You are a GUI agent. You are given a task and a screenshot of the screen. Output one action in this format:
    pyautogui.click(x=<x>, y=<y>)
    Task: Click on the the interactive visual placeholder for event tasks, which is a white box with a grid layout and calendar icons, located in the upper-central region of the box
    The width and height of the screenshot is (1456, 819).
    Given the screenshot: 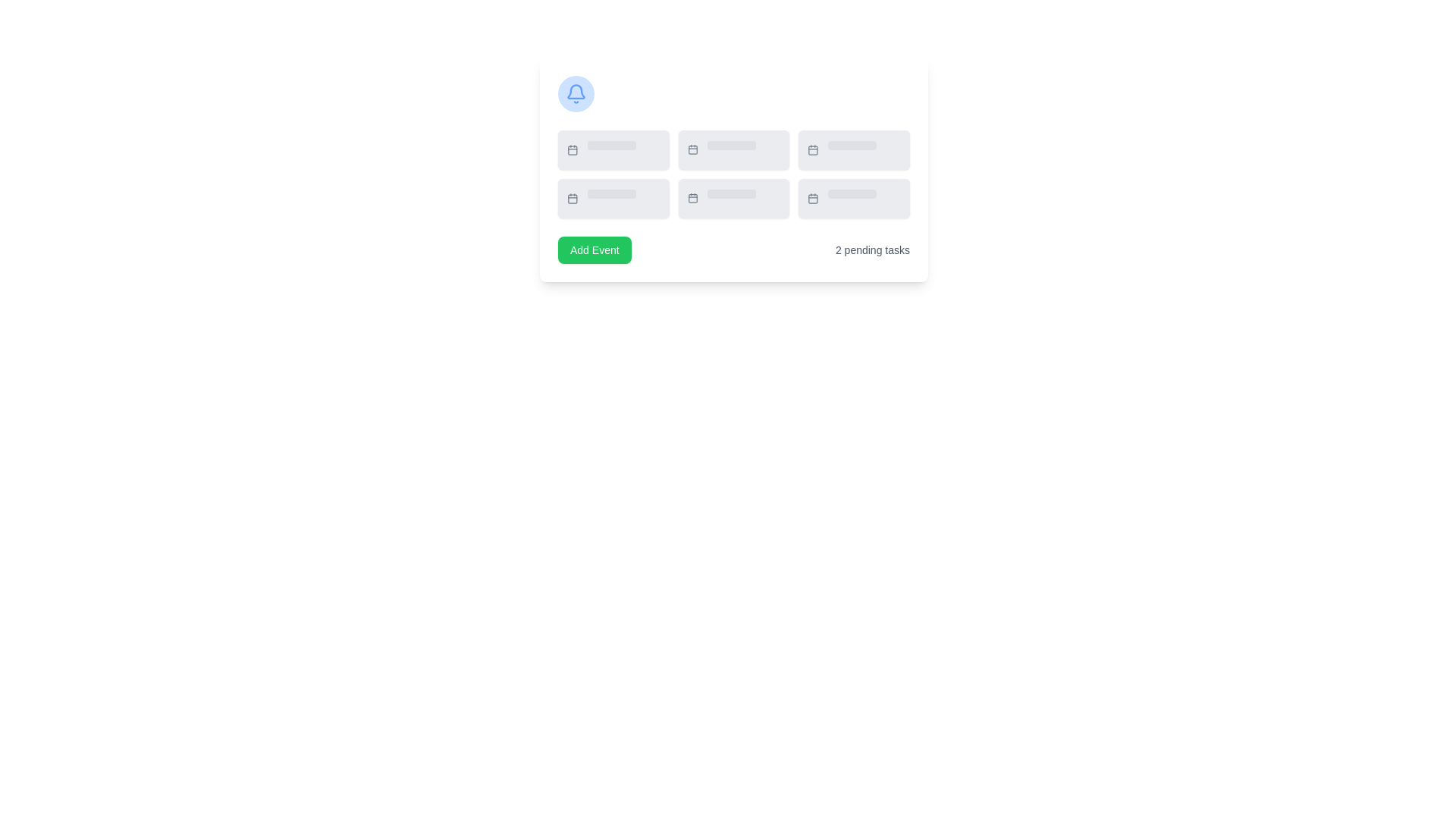 What is the action you would take?
    pyautogui.click(x=734, y=169)
    